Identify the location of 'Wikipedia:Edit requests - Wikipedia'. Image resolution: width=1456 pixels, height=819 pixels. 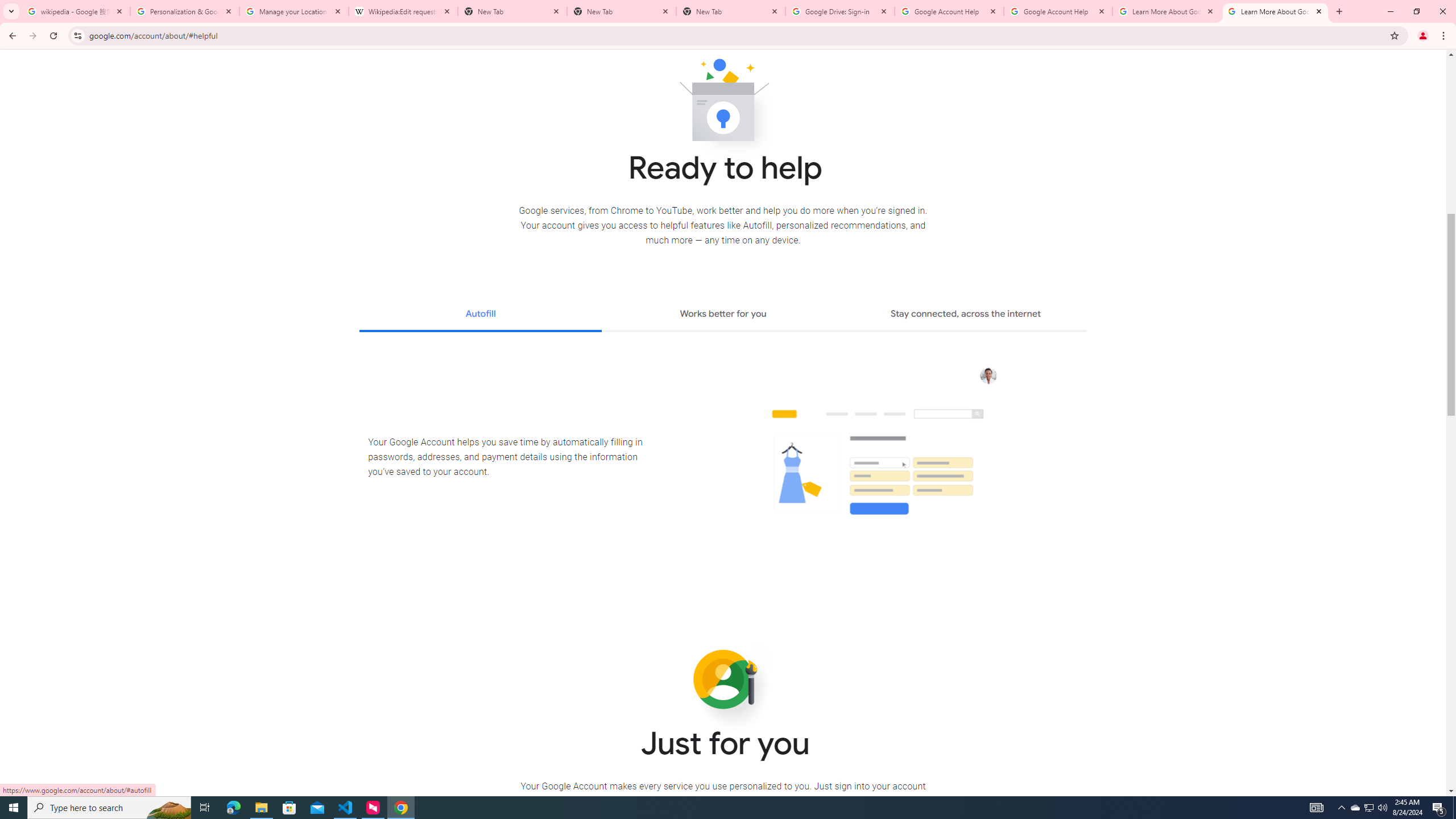
(403, 11).